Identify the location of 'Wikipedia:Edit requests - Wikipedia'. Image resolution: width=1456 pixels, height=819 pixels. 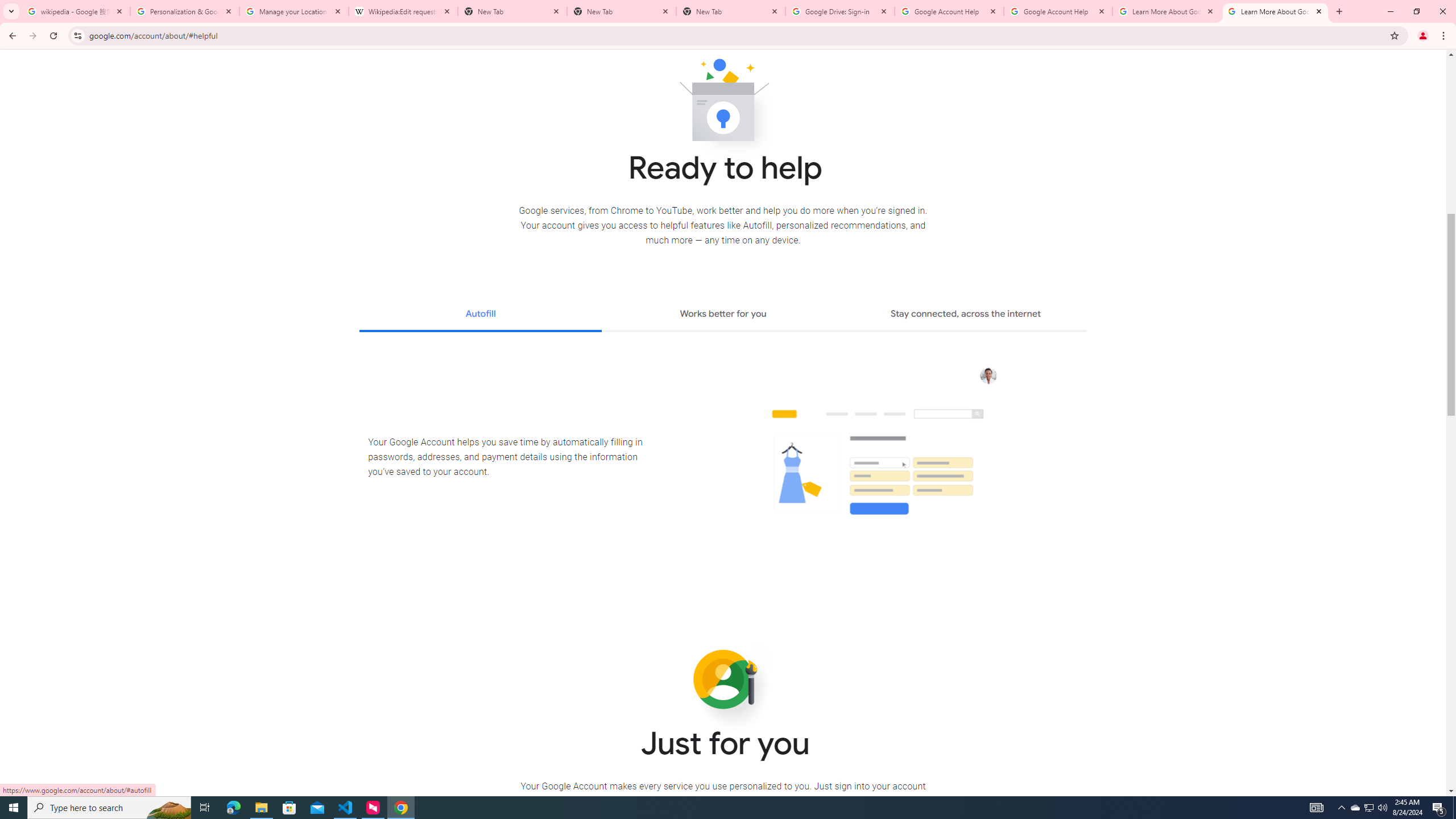
(403, 11).